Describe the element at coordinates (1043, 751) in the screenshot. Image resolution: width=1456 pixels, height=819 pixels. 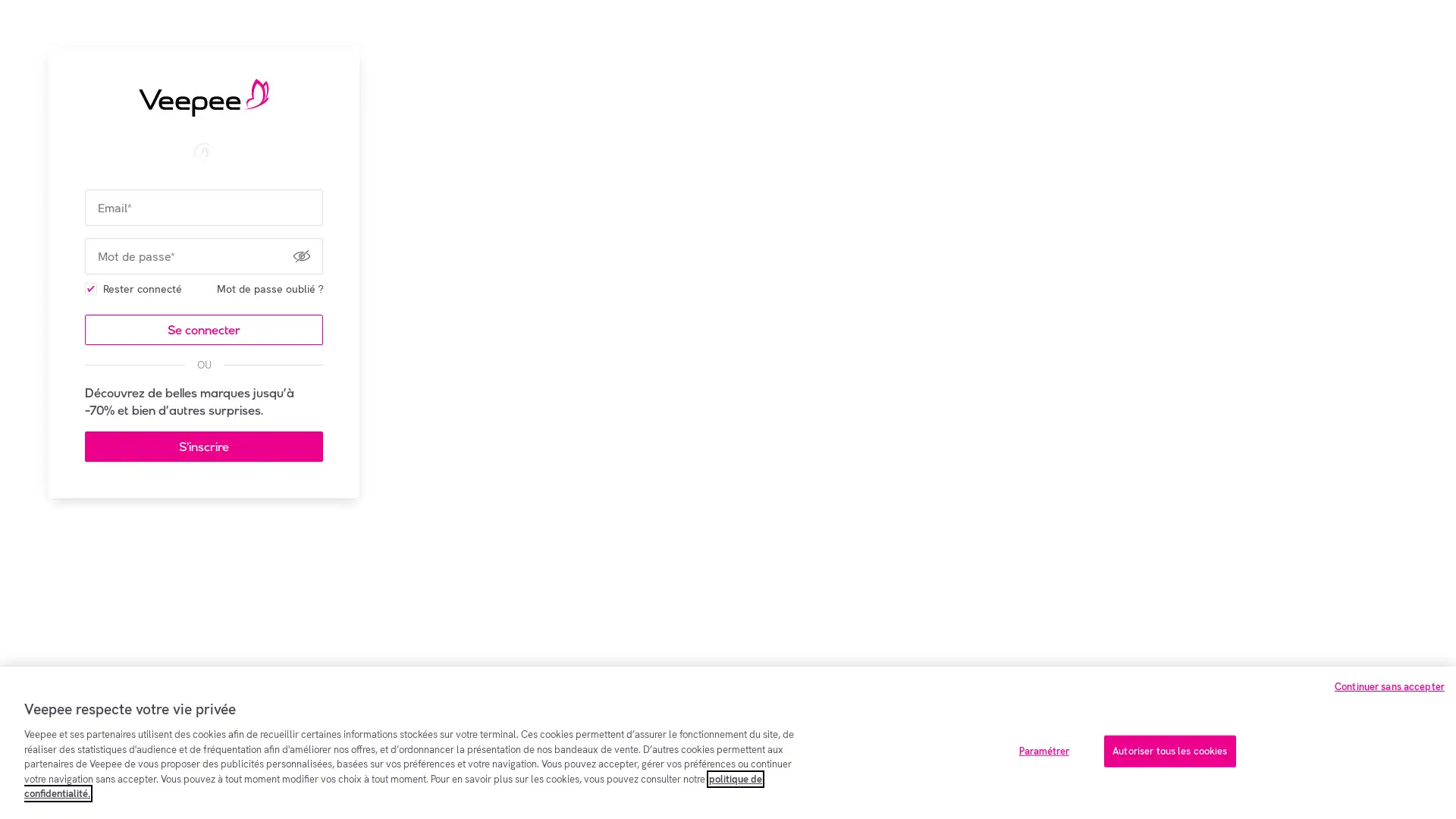
I see `Parametrer` at that location.